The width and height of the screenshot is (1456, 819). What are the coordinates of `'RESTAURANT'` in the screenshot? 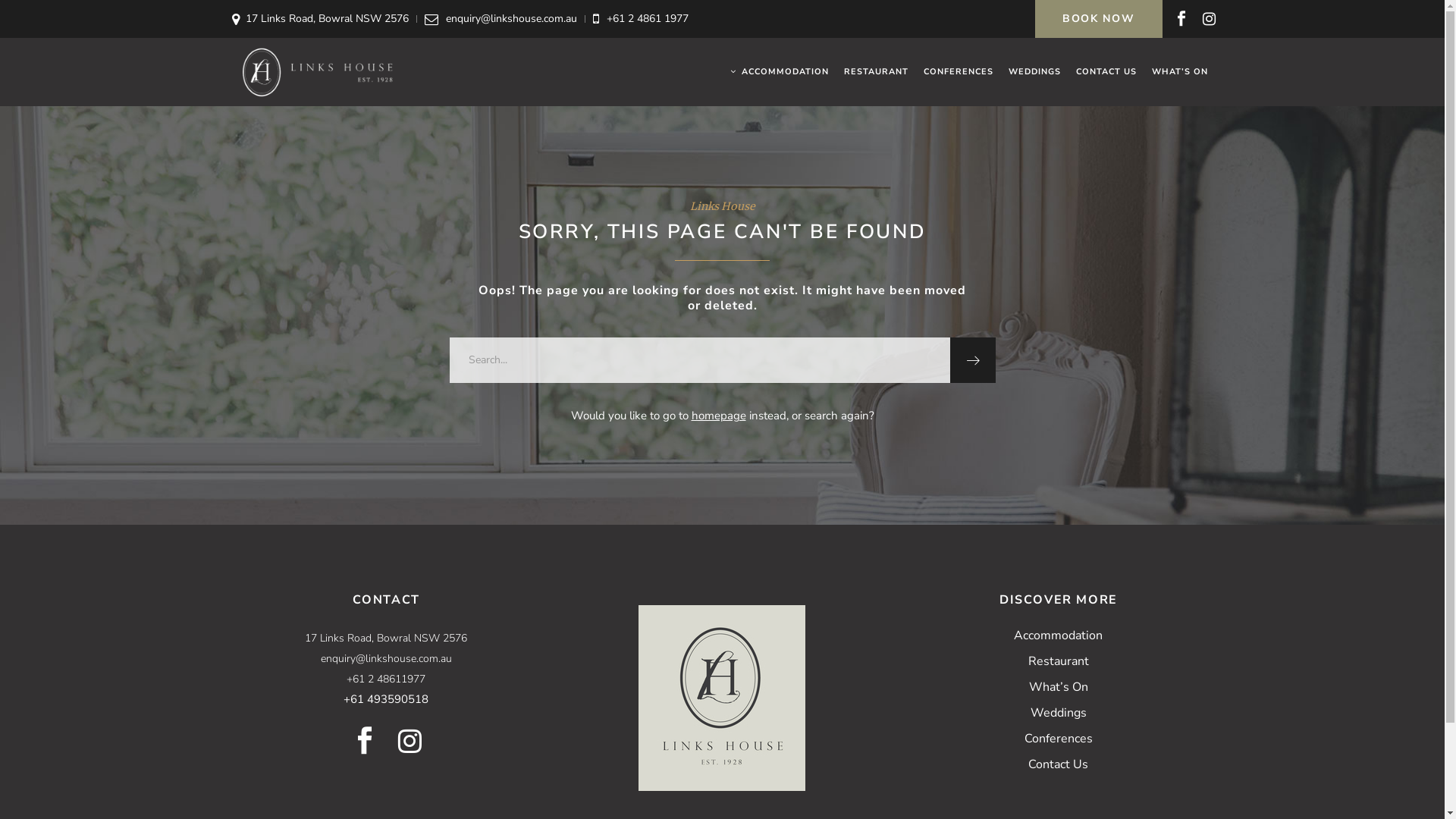 It's located at (875, 72).